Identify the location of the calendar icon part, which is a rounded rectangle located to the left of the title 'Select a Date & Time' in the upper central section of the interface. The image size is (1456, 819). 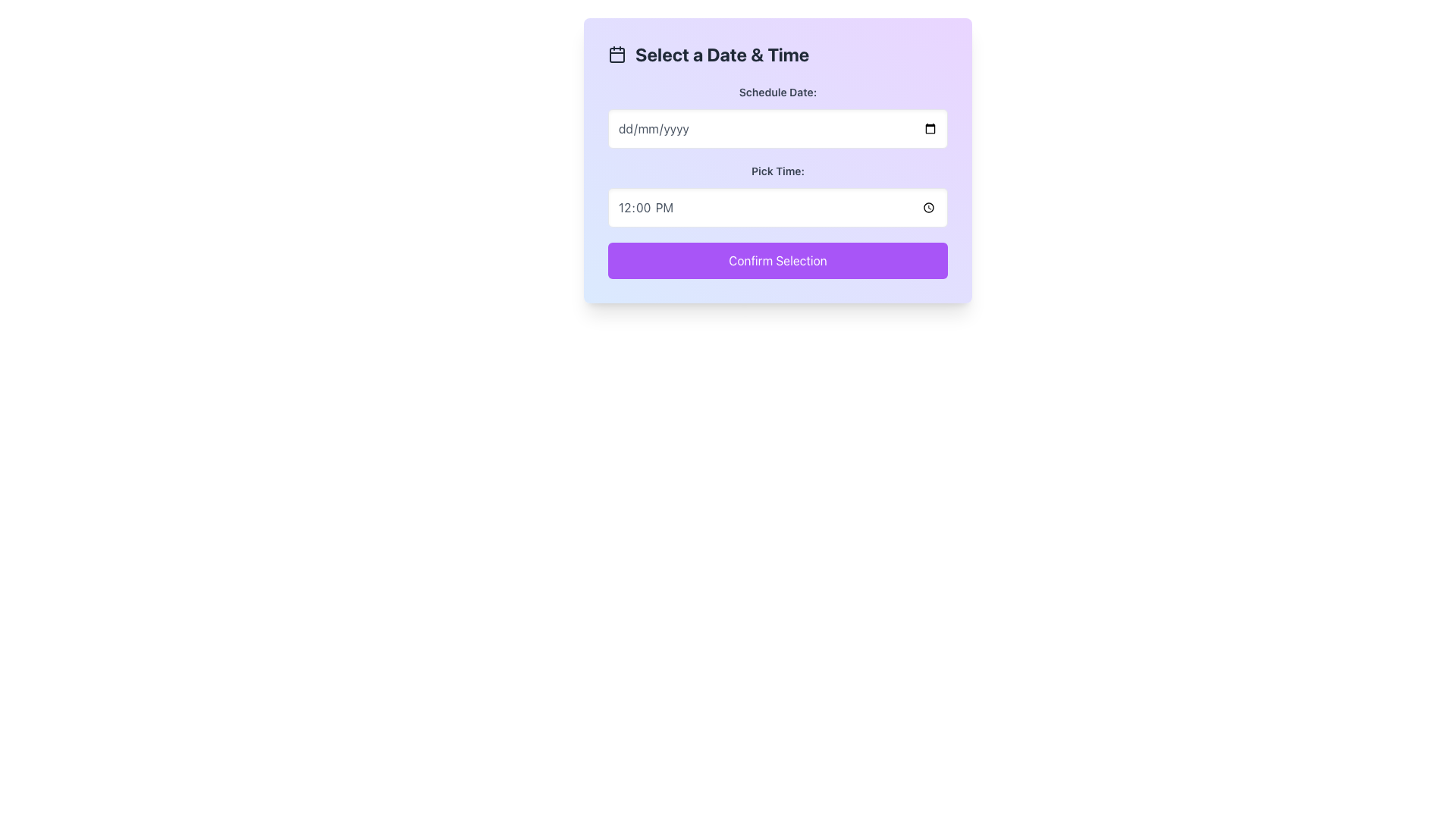
(617, 55).